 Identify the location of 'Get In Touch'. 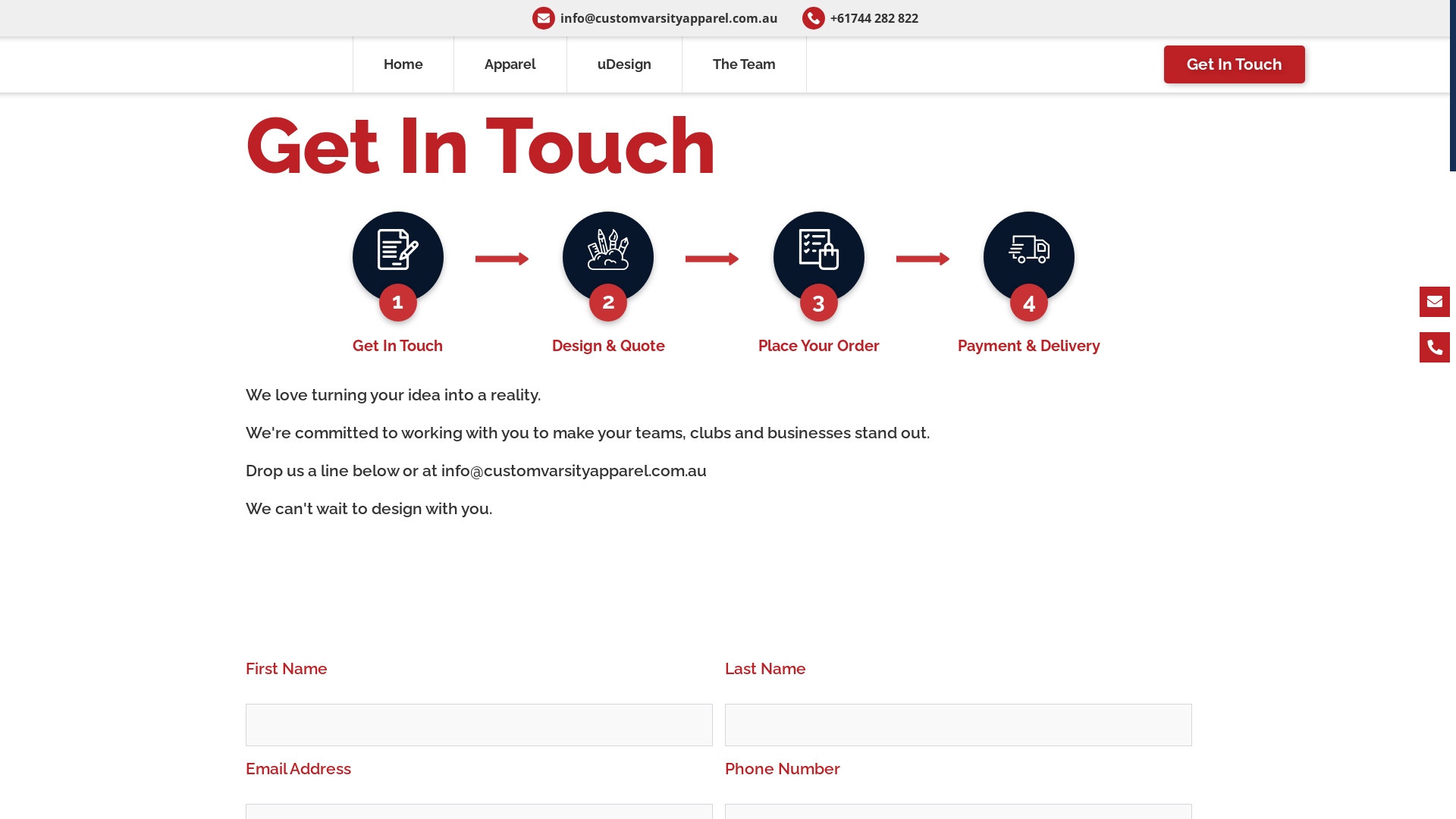
(1163, 63).